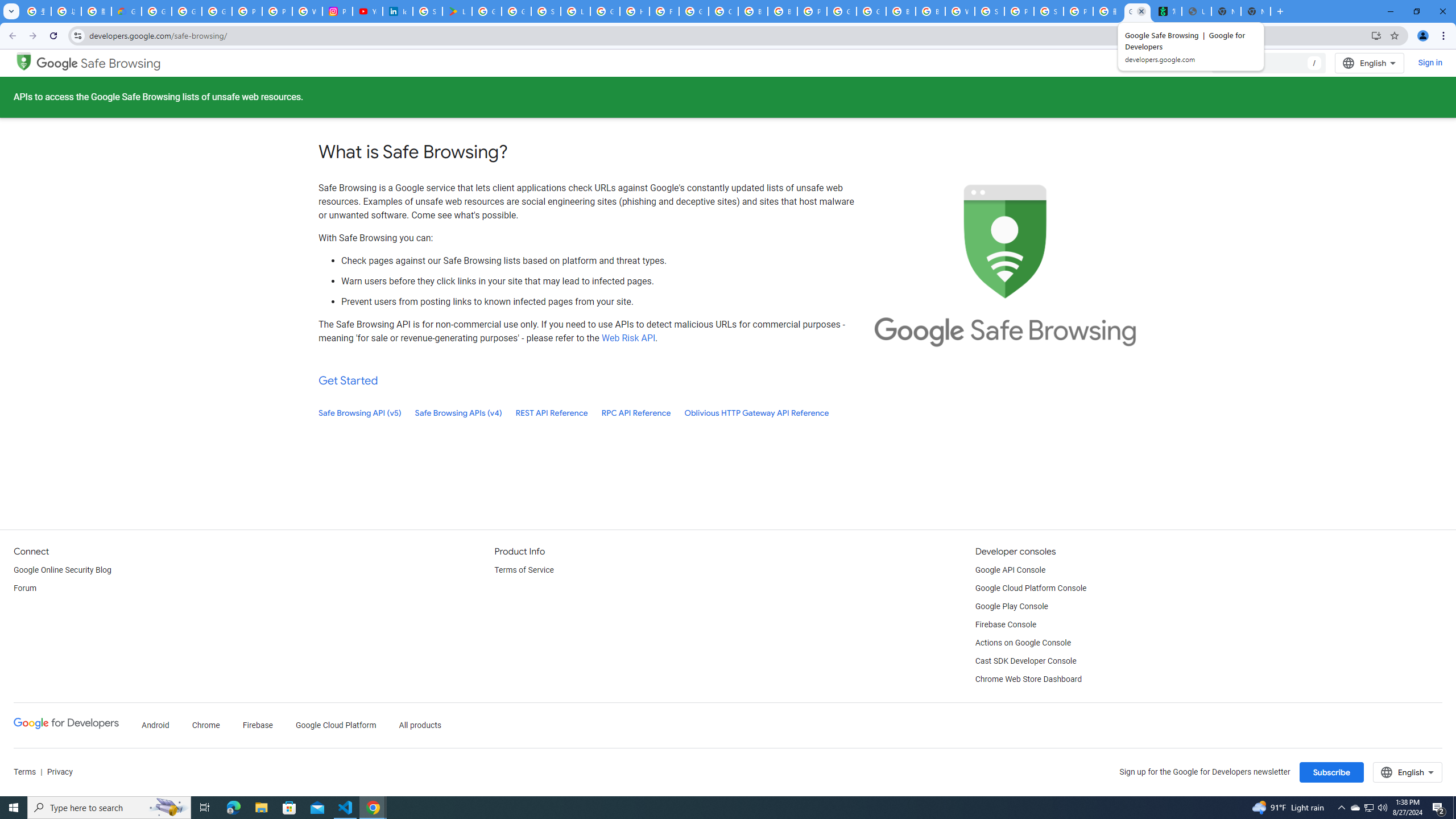  I want to click on 'Google Cloud Platform', so click(336, 725).